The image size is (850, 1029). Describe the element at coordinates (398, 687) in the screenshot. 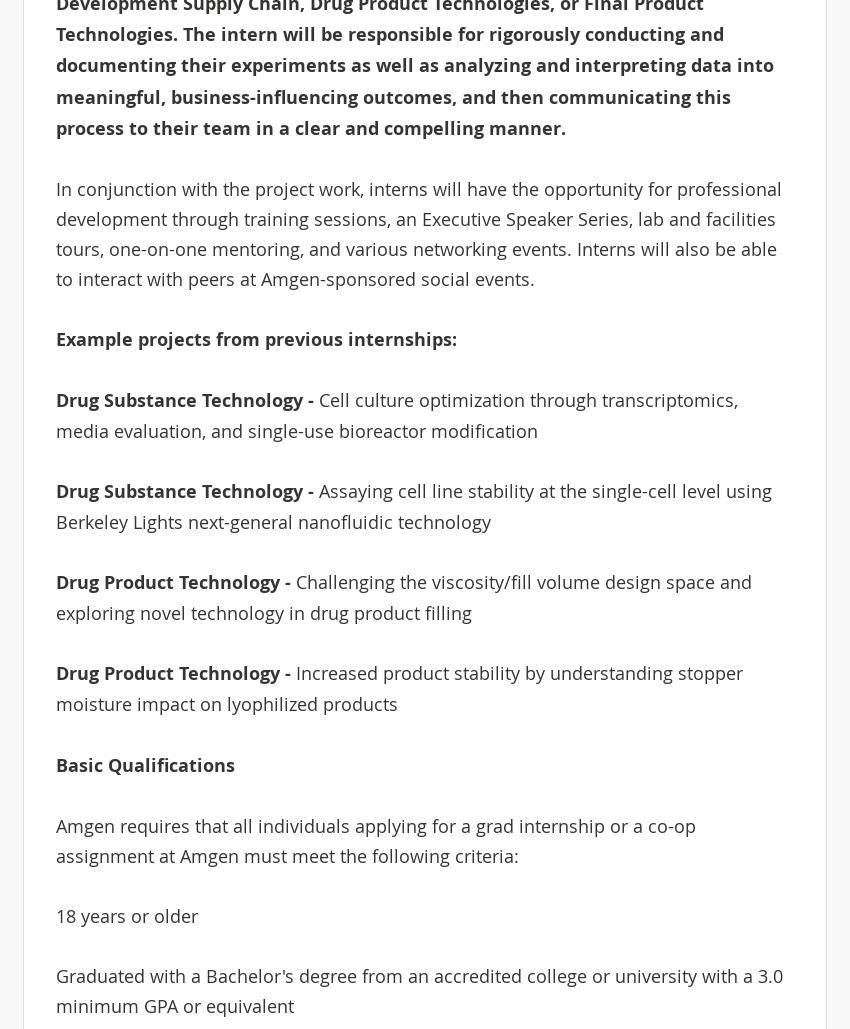

I see `'Increased product stability by understanding stopper moisture impact on lyophilized products'` at that location.